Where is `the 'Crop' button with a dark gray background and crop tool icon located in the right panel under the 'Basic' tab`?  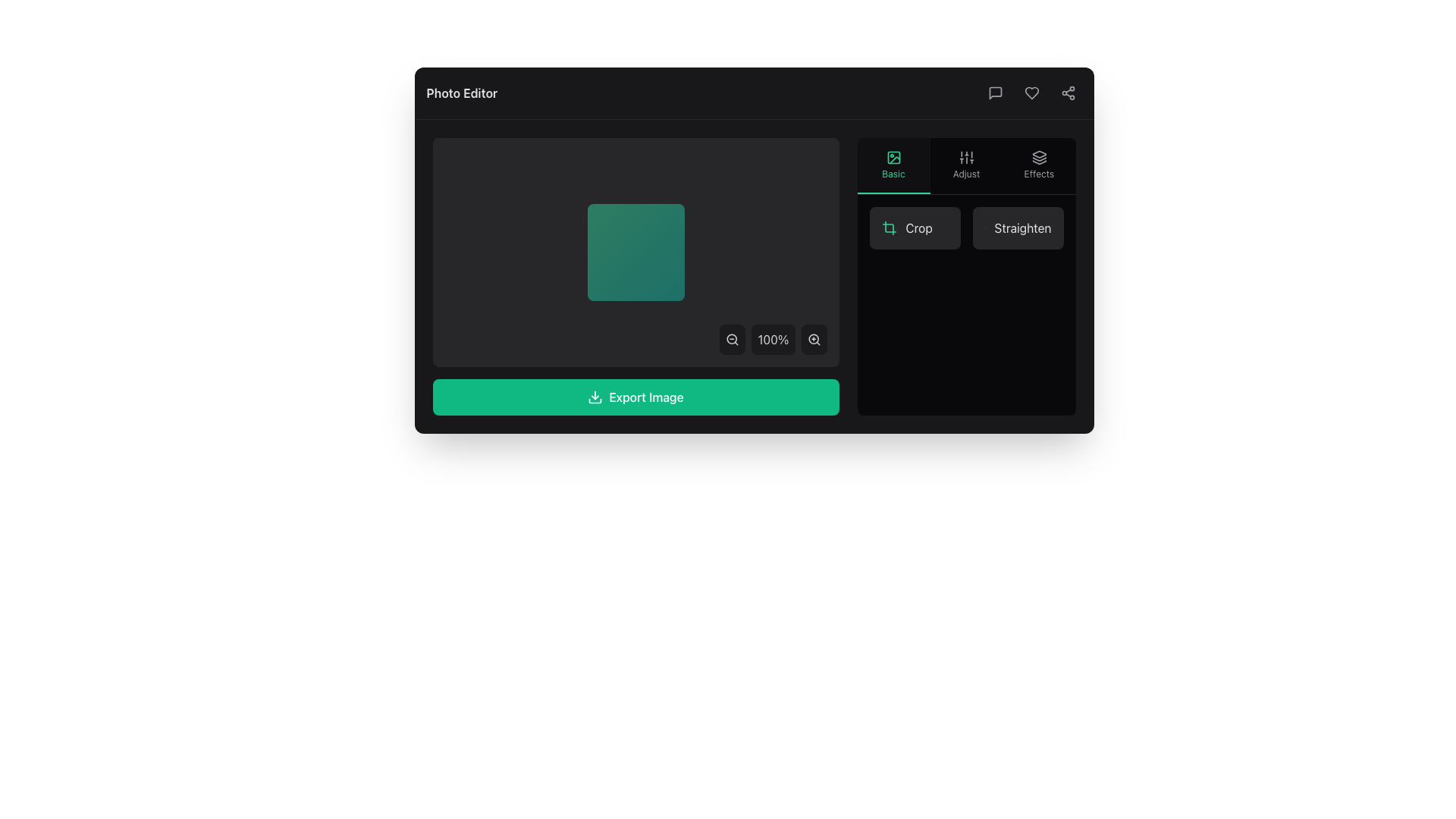 the 'Crop' button with a dark gray background and crop tool icon located in the right panel under the 'Basic' tab is located at coordinates (914, 227).